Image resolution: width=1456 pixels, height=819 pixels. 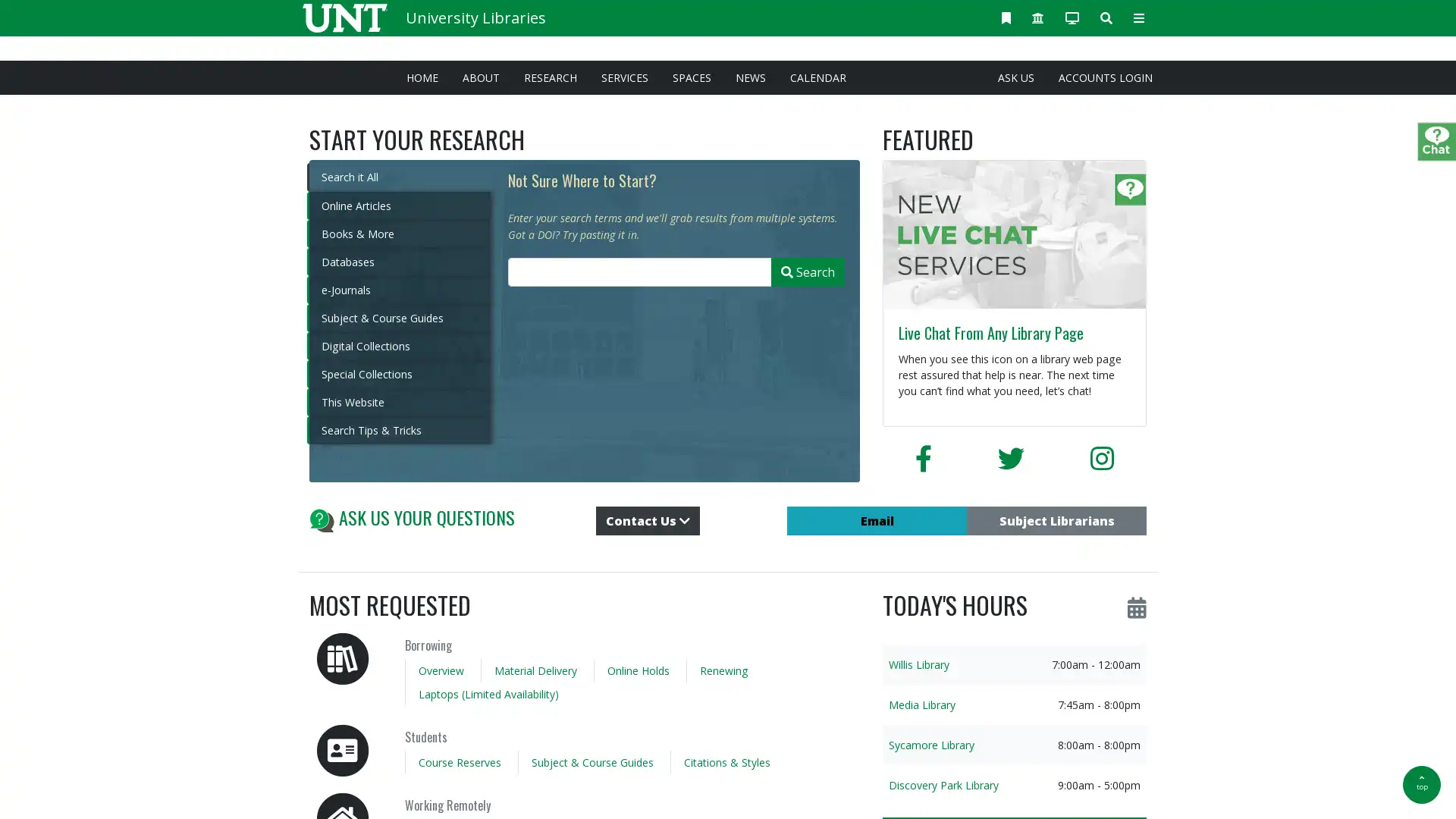 What do you see at coordinates (1072, 17) in the screenshot?
I see `Open Dialog: Libraries - Lending and Technology` at bounding box center [1072, 17].